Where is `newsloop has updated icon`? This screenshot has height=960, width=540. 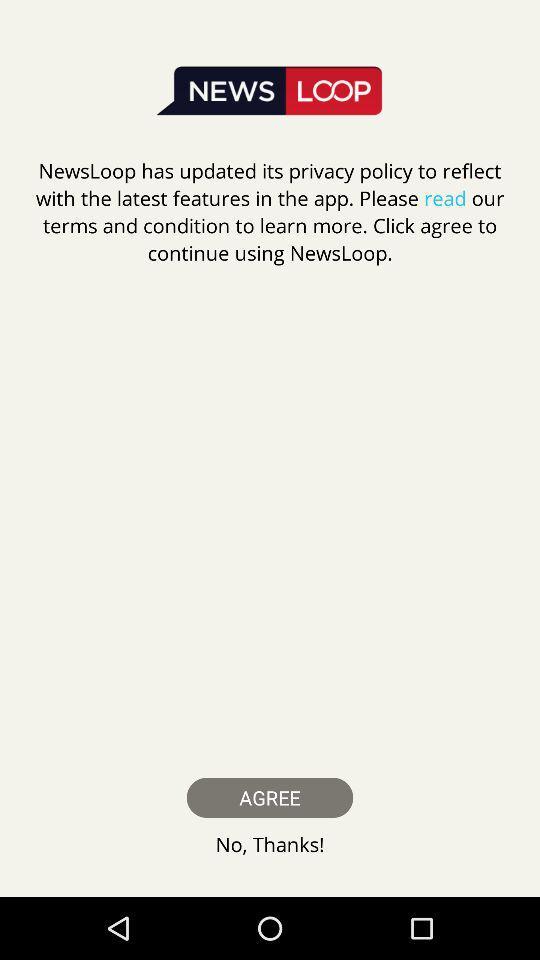 newsloop has updated icon is located at coordinates (270, 211).